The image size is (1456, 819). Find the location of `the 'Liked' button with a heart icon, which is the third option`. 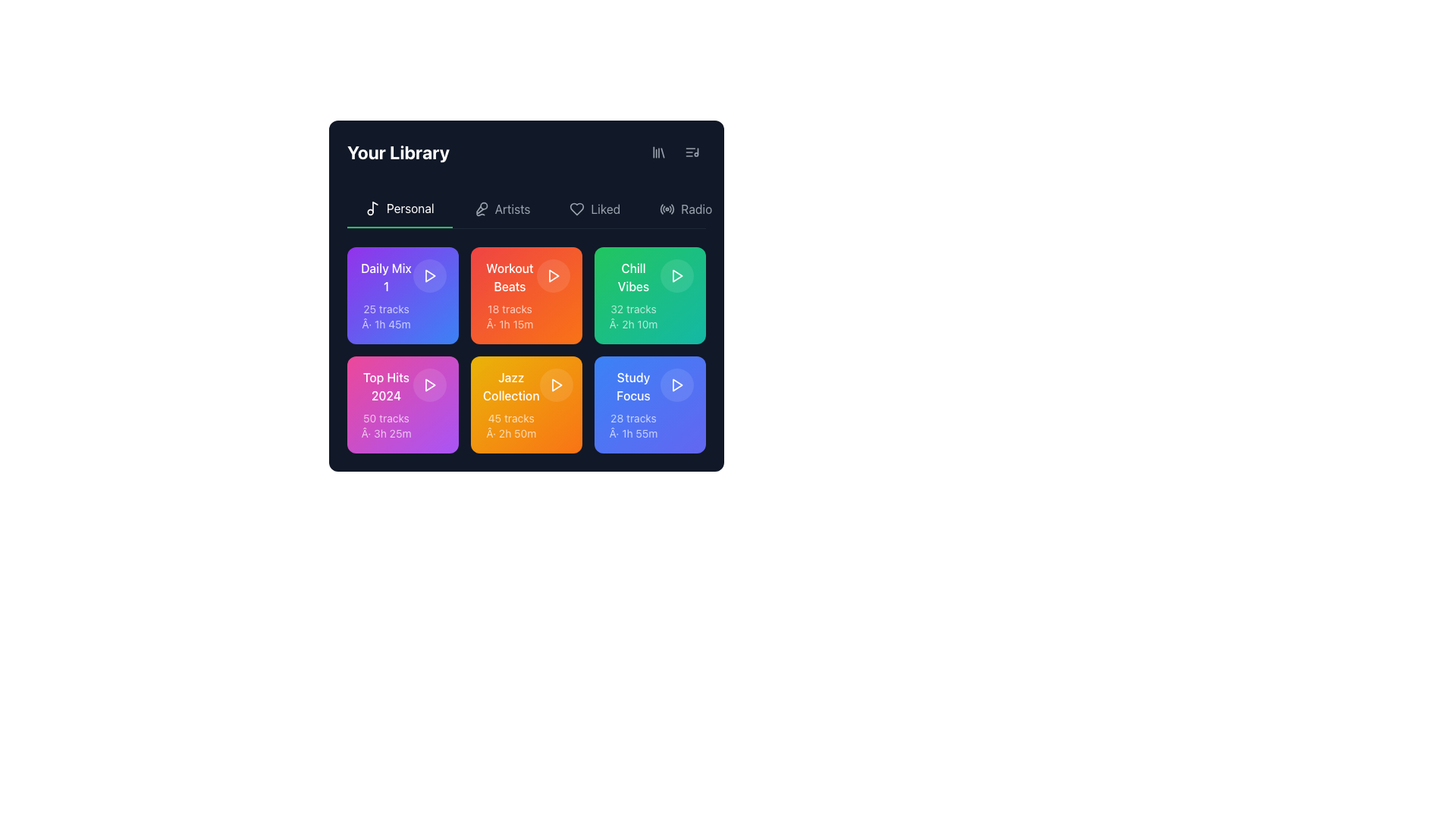

the 'Liked' button with a heart icon, which is the third option is located at coordinates (594, 209).